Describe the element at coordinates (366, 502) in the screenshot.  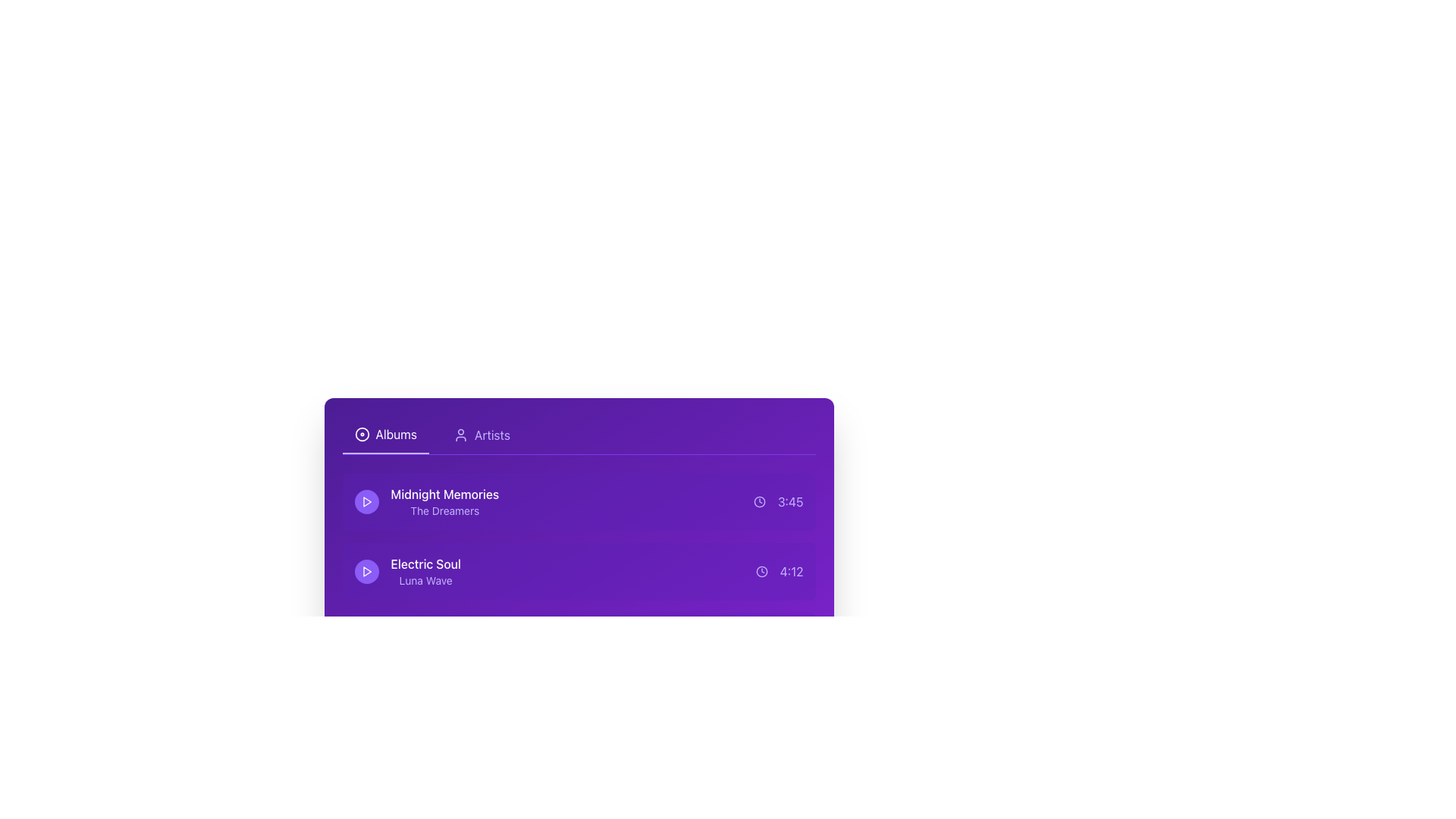
I see `the play button for the media item titled 'Midnight Memories' by 'The Dreamers' to initiate playback` at that location.